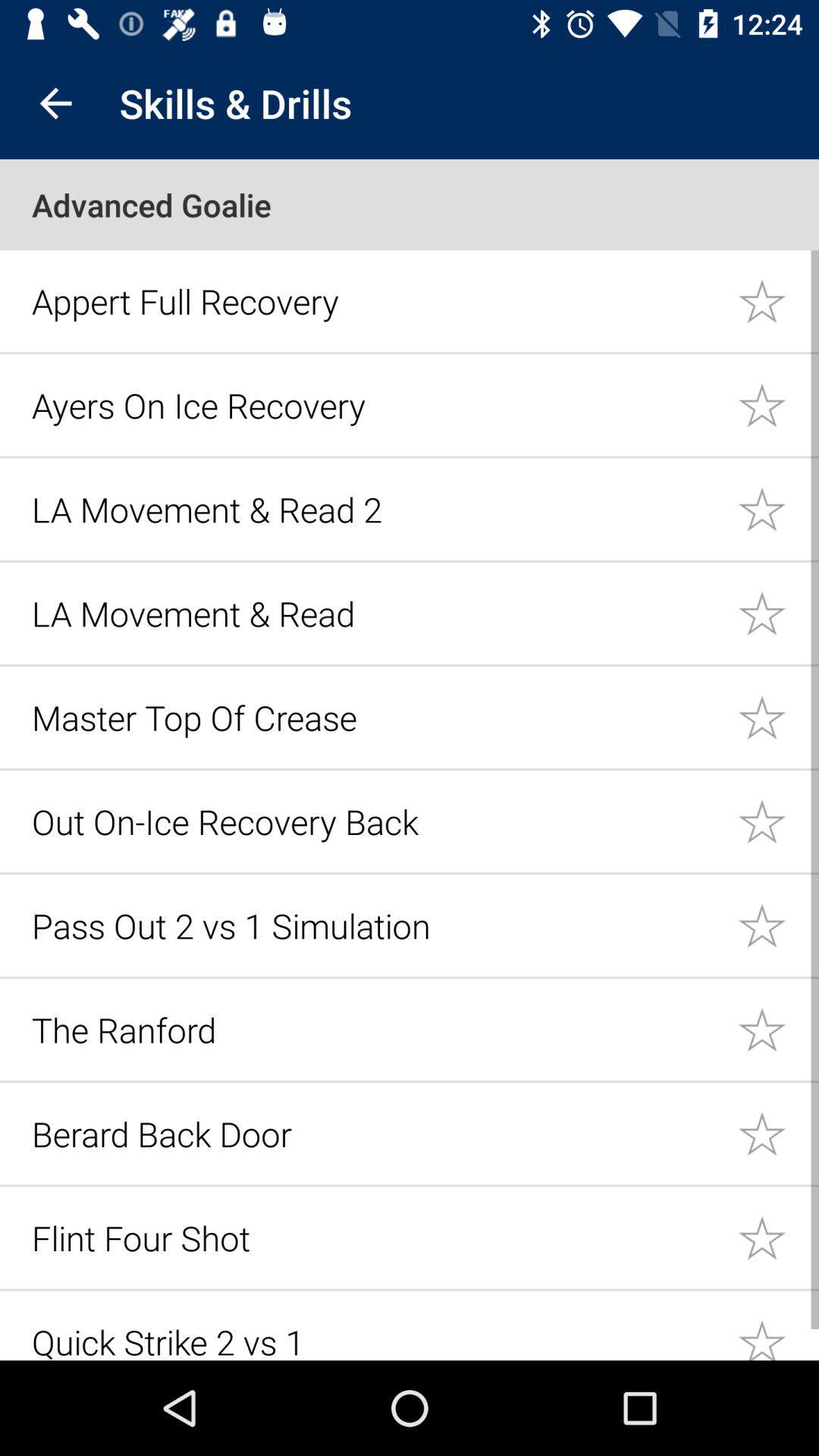 This screenshot has height=1456, width=819. Describe the element at coordinates (778, 1326) in the screenshot. I see `the drill` at that location.